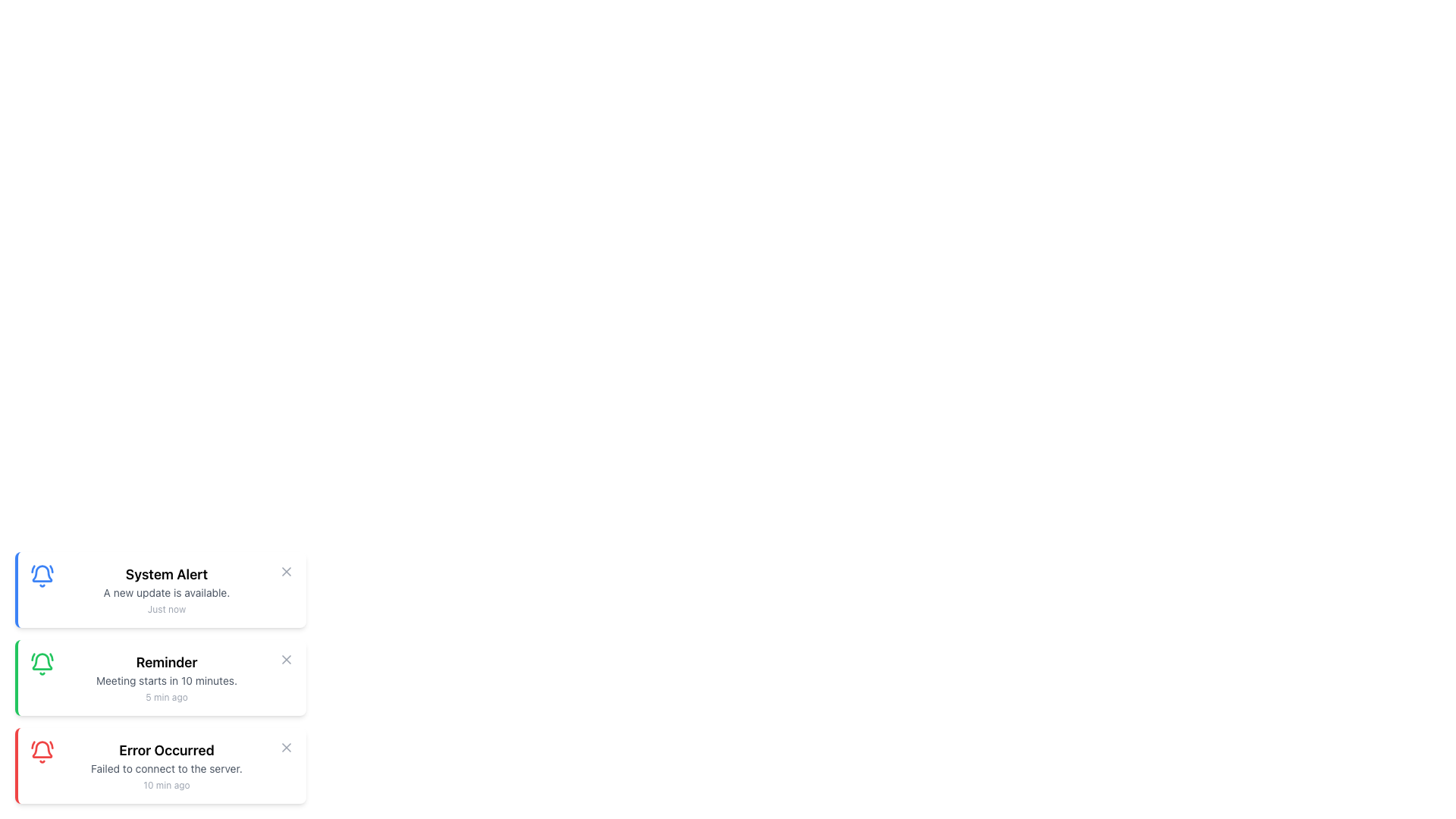 The image size is (1456, 819). Describe the element at coordinates (287, 571) in the screenshot. I see `the 'X' shaped icon in the top-right corner of the 'System Alert' notification card` at that location.